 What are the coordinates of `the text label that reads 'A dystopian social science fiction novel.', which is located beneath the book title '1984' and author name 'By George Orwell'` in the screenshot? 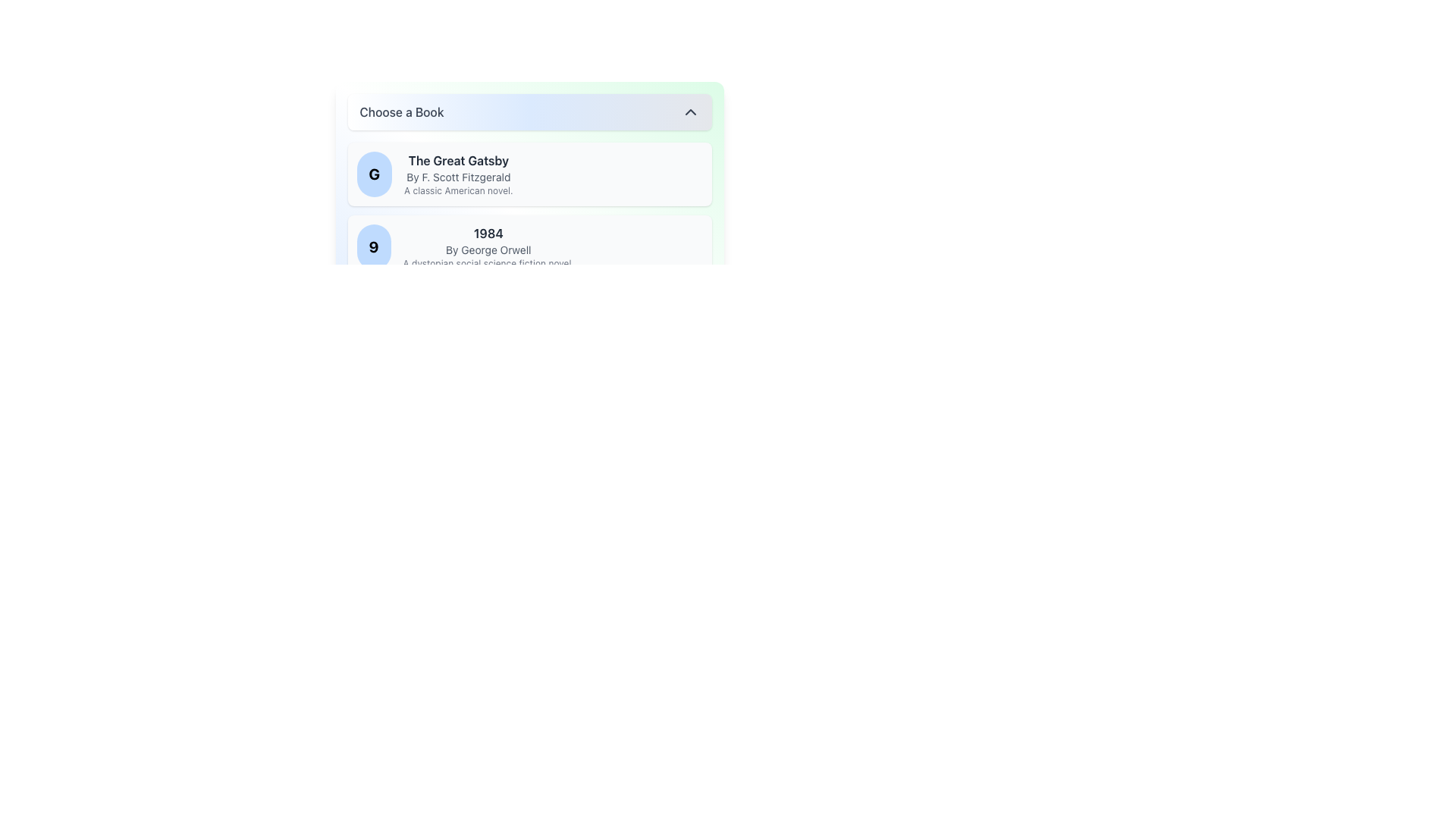 It's located at (488, 262).